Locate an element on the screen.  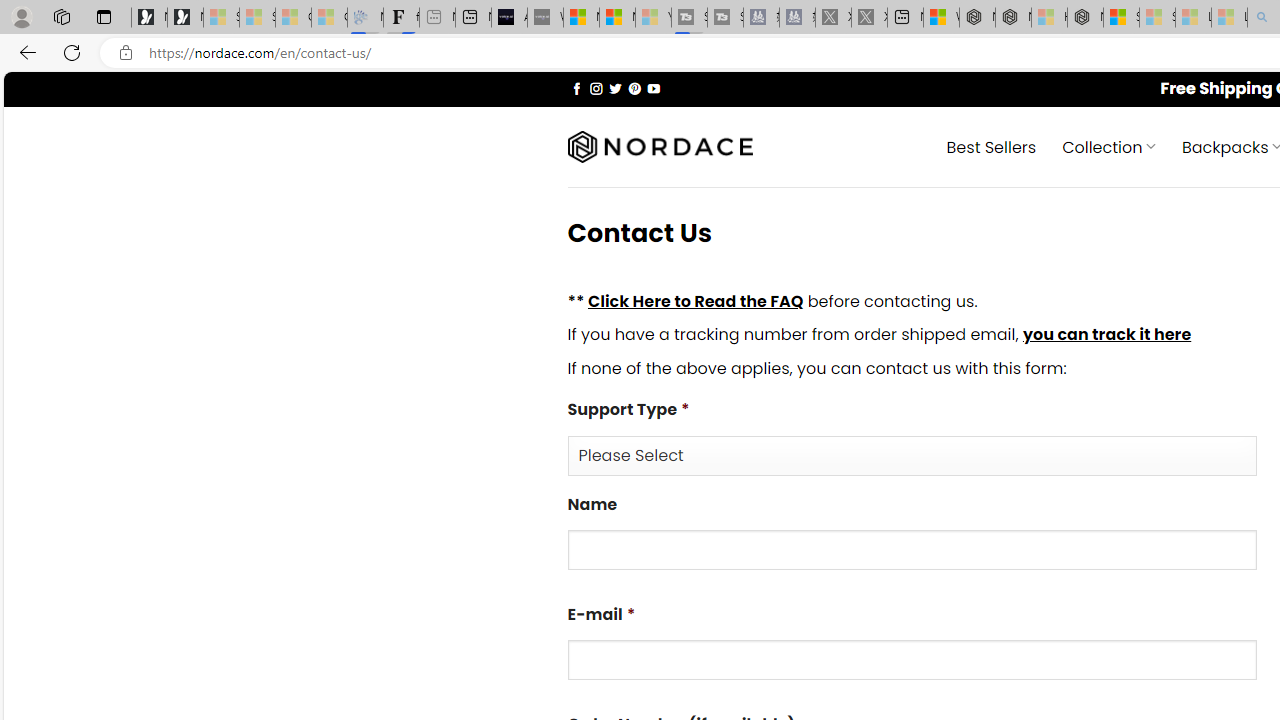
'Click Here to Read the FAQ' is located at coordinates (695, 300).